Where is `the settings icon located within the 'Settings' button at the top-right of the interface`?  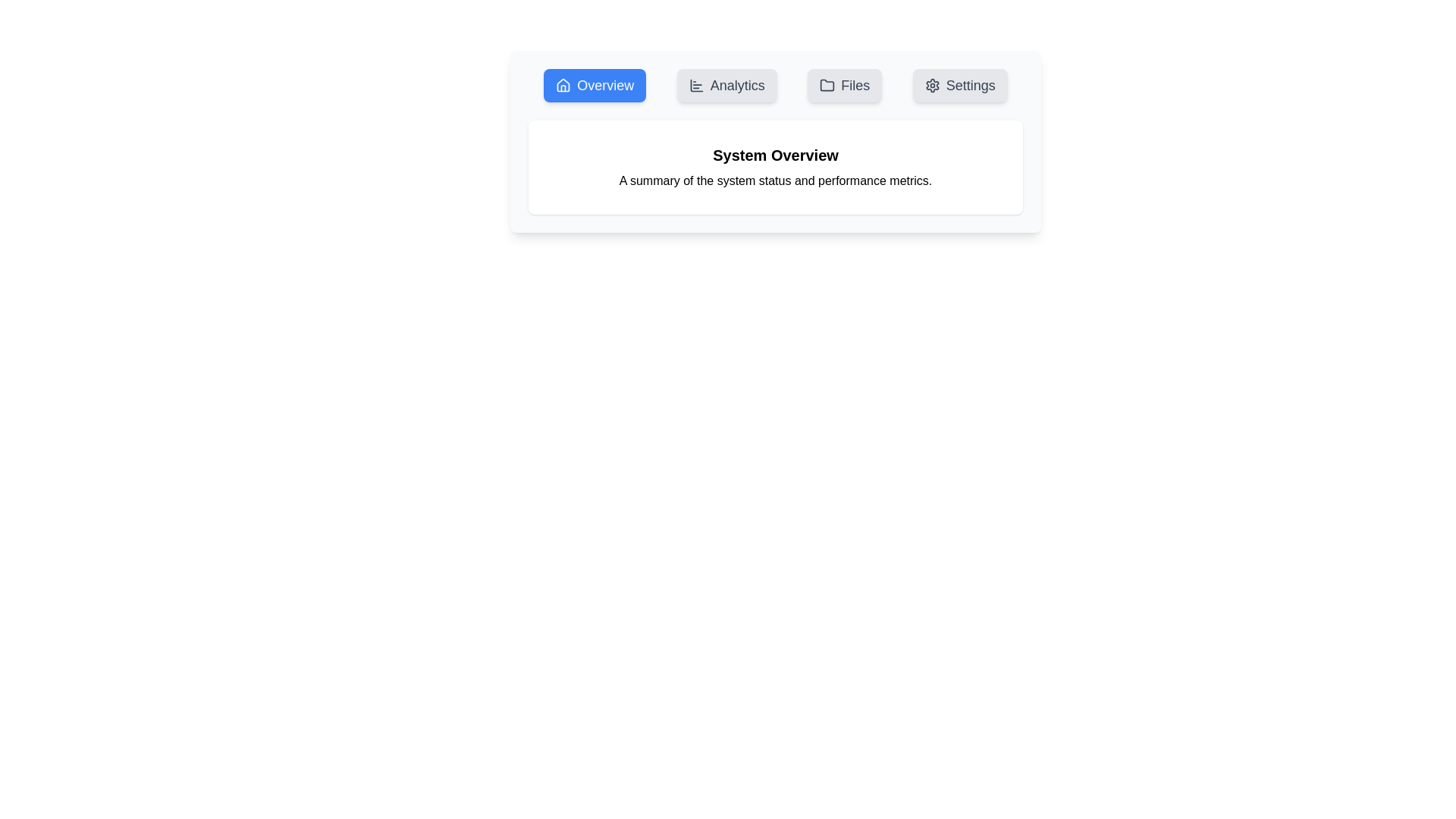 the settings icon located within the 'Settings' button at the top-right of the interface is located at coordinates (931, 85).